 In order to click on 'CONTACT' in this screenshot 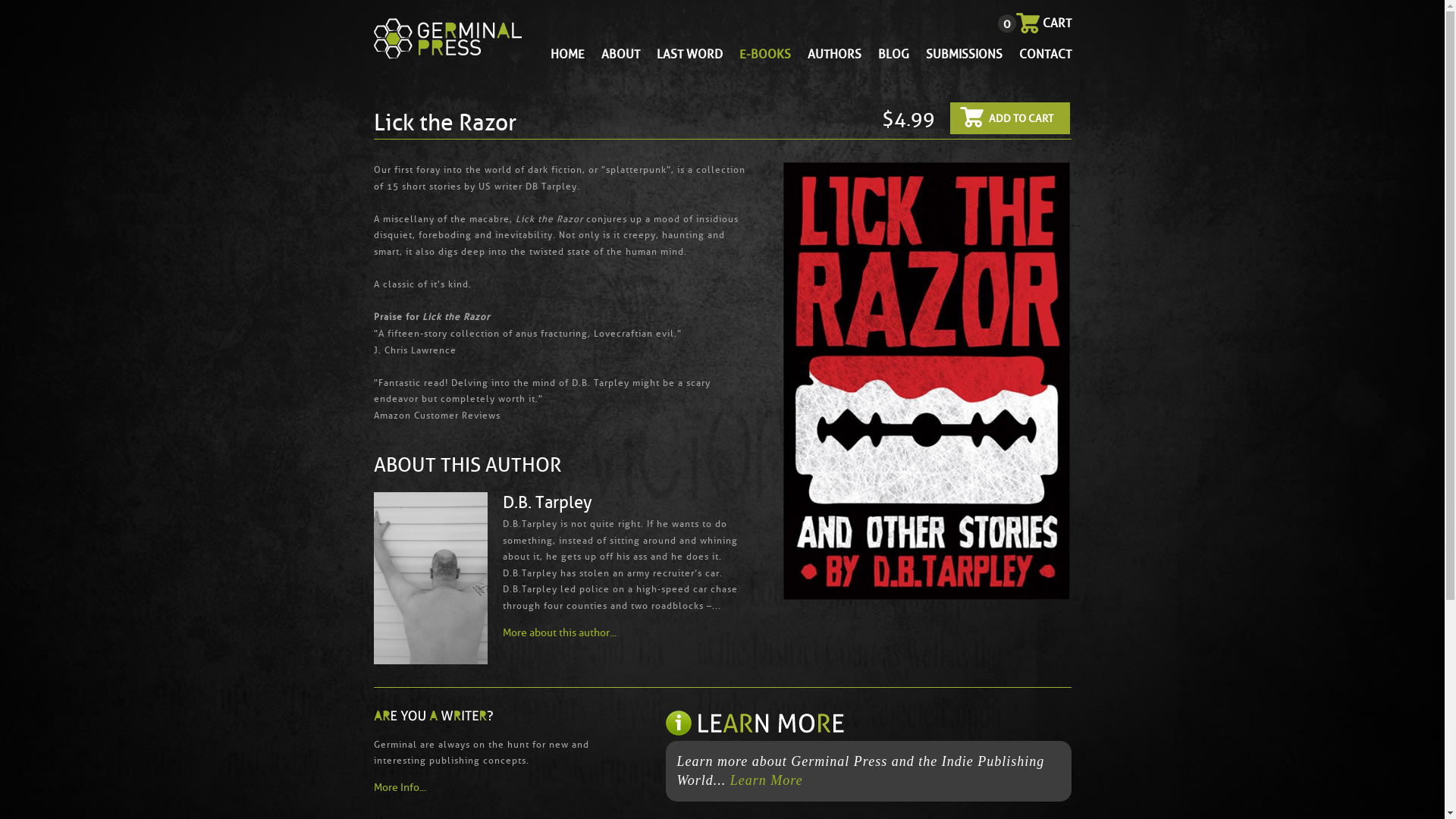, I will do `click(1044, 53)`.